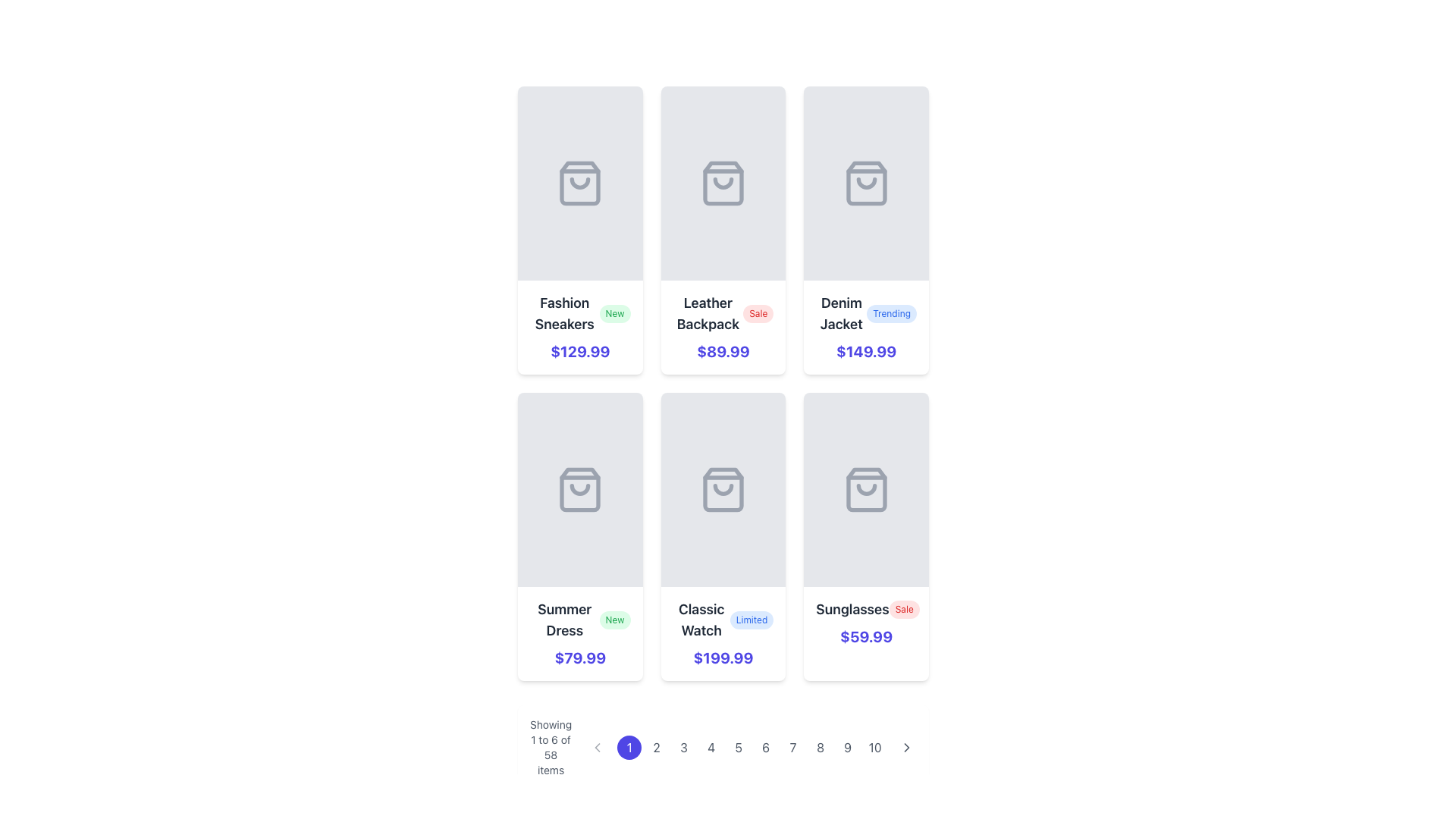 This screenshot has width=1456, height=819. I want to click on the product information display for 'Summer Dress', which includes its name, designation as a new product, and price, located in the center of the lower row of a two-row grid within the product catalog, so click(579, 634).